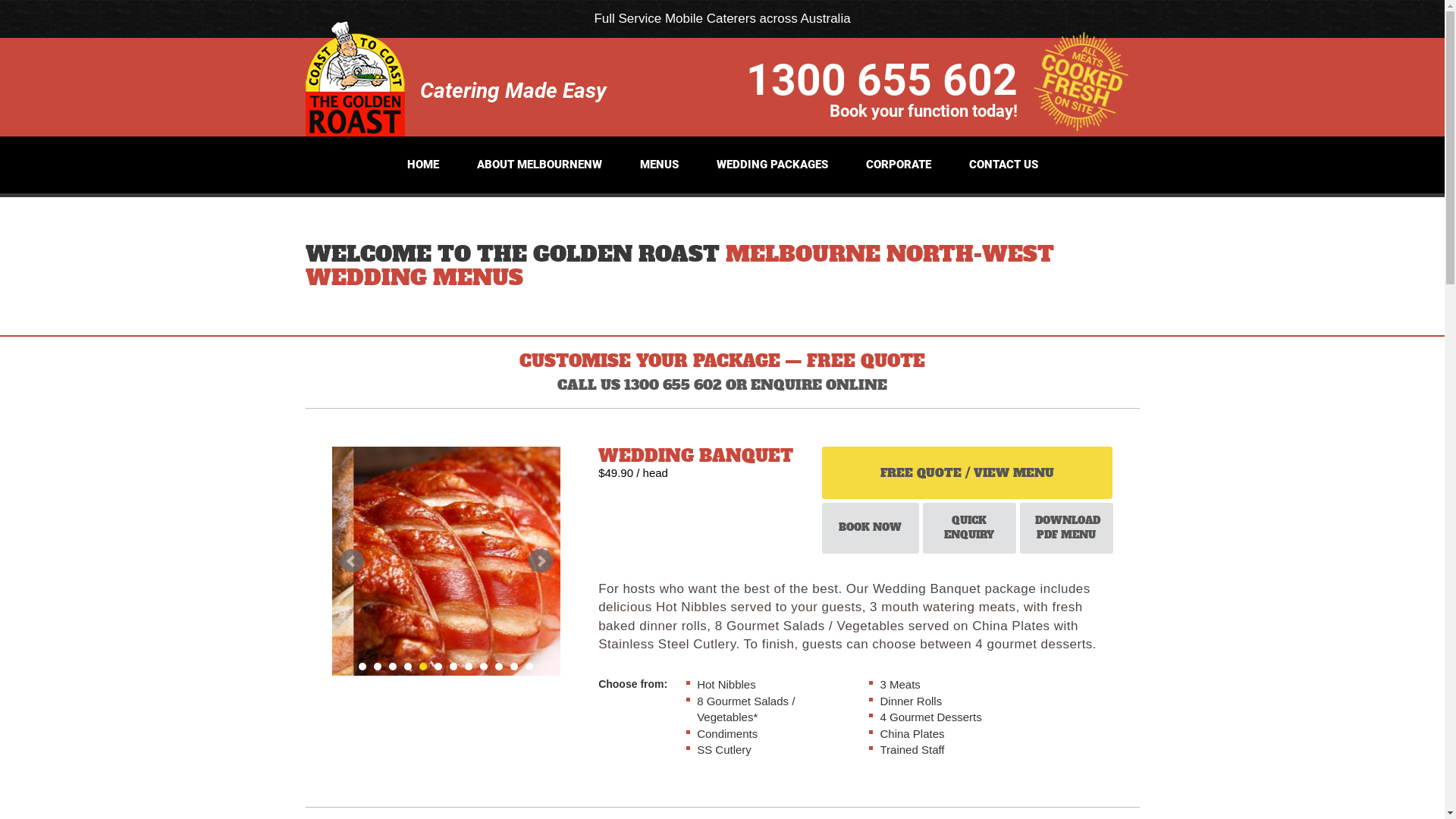 The image size is (1456, 819). I want to click on 'MENUS', so click(659, 165).